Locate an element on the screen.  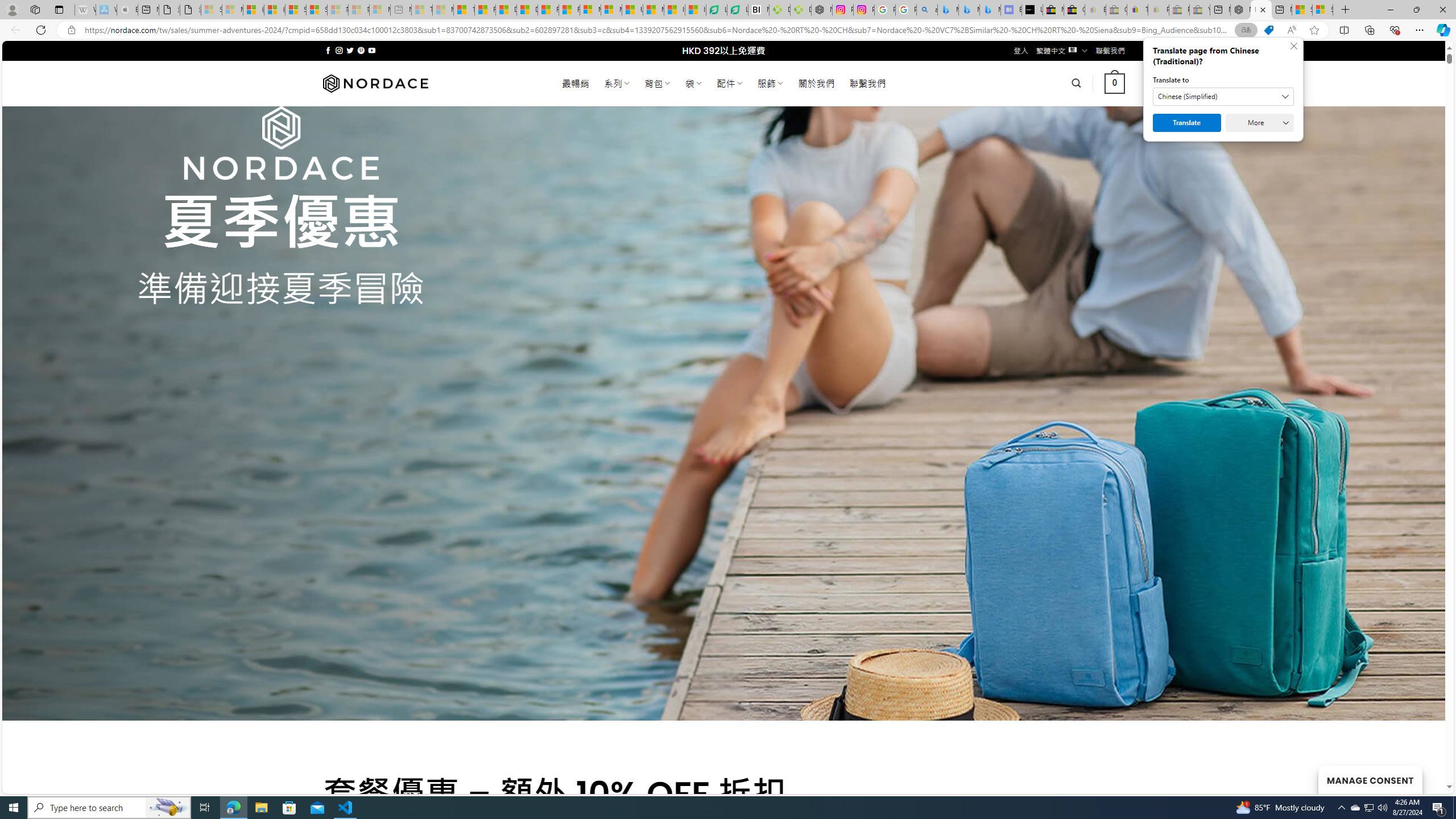
'Yard, Garden & Outdoor Living - Sleeping' is located at coordinates (1199, 9).